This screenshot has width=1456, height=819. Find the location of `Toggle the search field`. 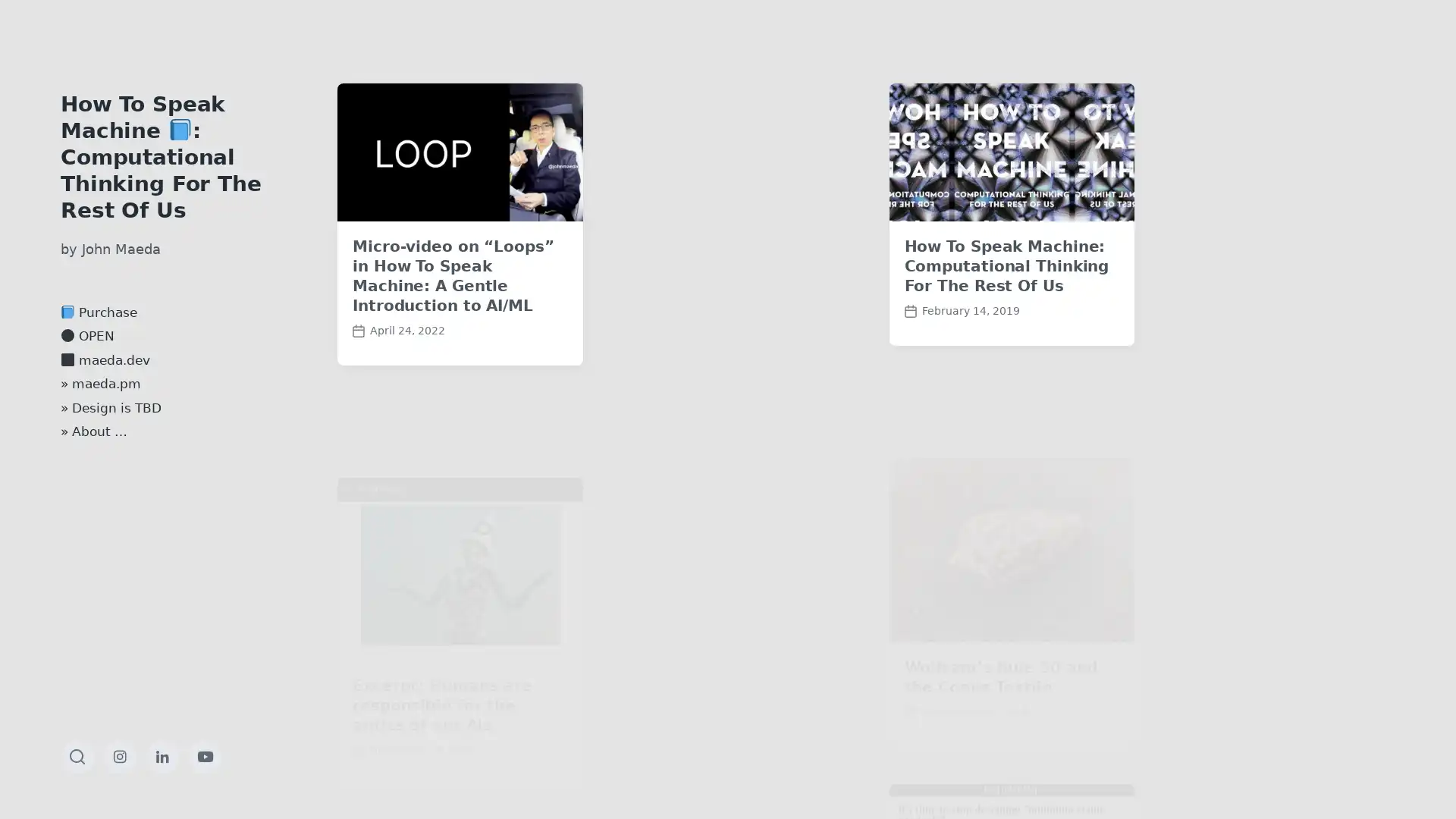

Toggle the search field is located at coordinates (76, 757).